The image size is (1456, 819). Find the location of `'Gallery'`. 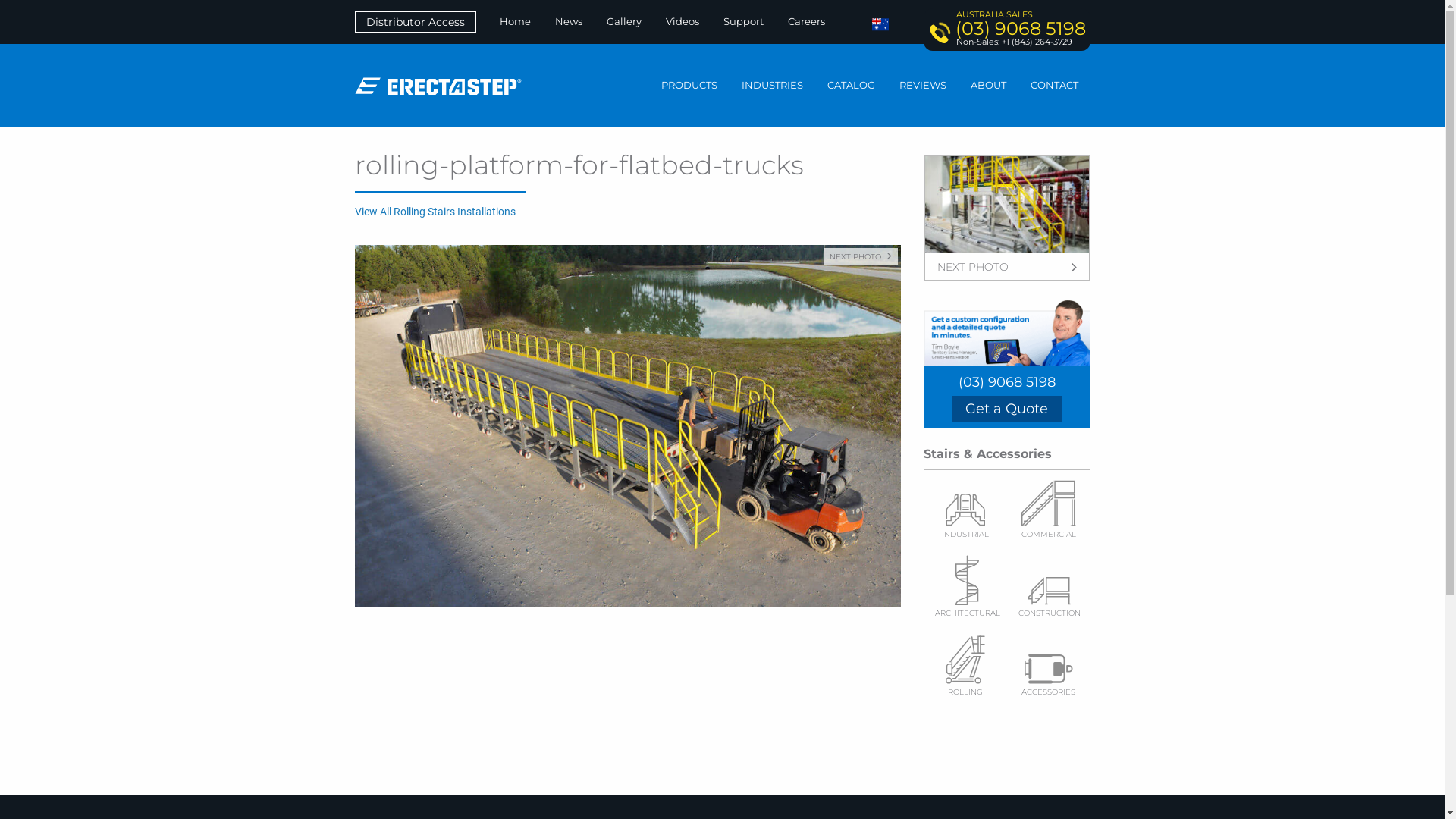

'Gallery' is located at coordinates (623, 21).